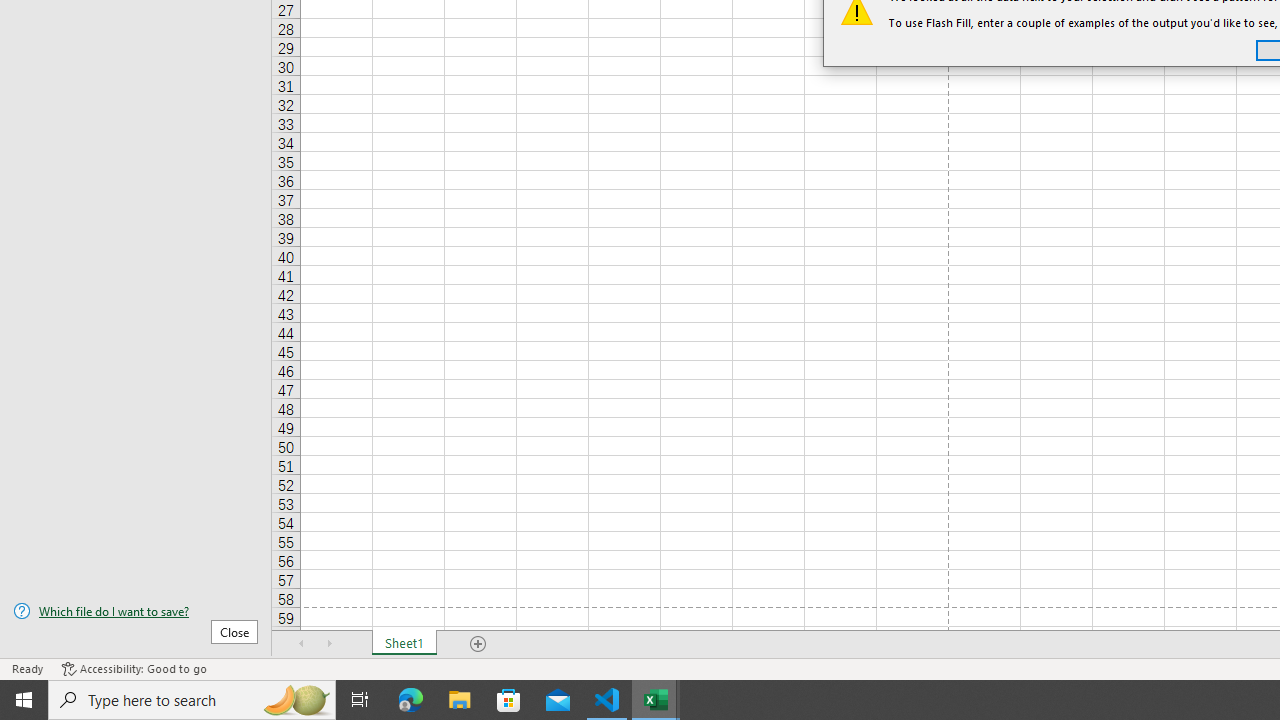  What do you see at coordinates (410, 698) in the screenshot?
I see `'Microsoft Edge'` at bounding box center [410, 698].